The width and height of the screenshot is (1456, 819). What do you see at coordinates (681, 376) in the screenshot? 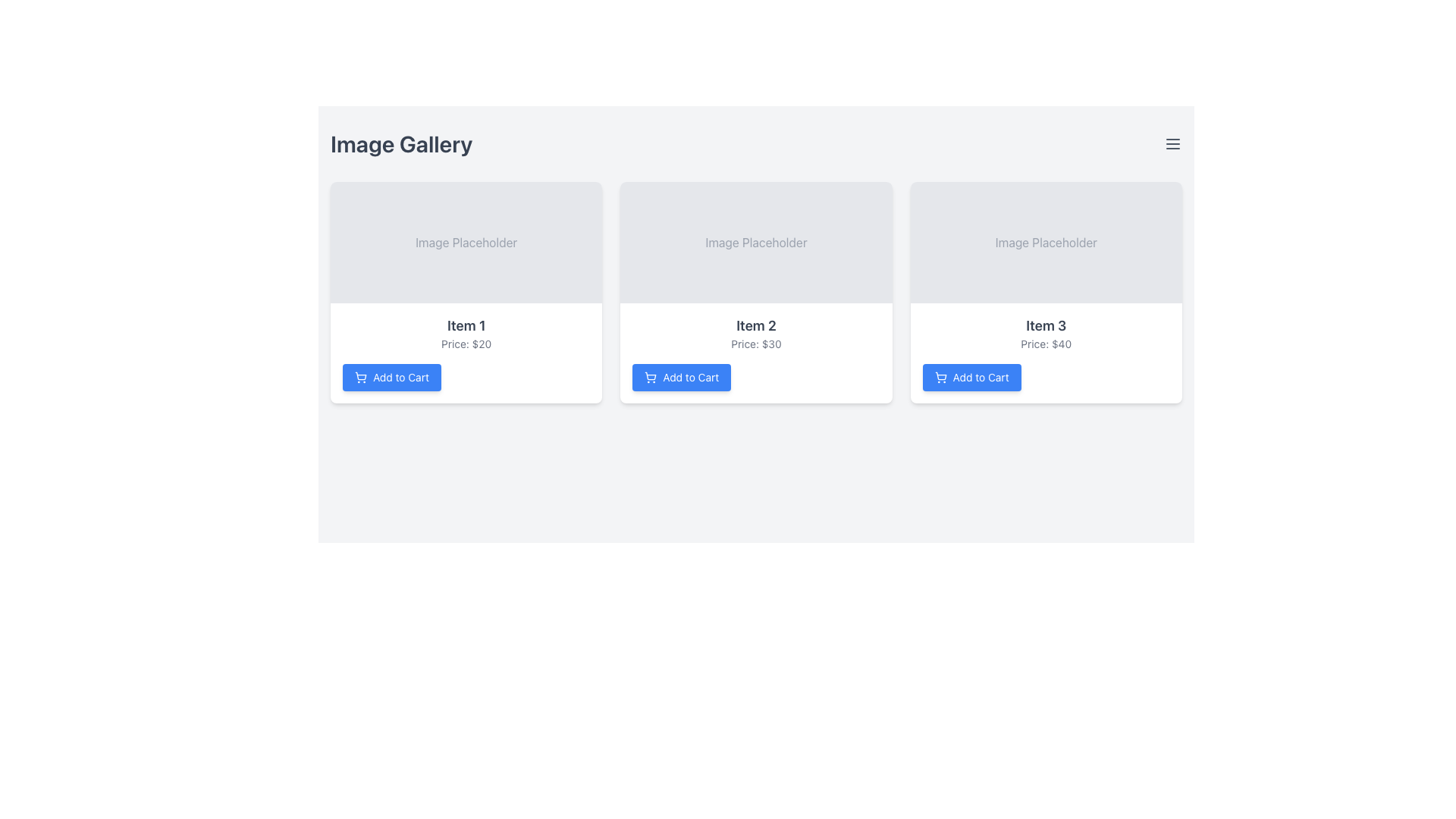
I see `the 'Add to Cart' button` at bounding box center [681, 376].